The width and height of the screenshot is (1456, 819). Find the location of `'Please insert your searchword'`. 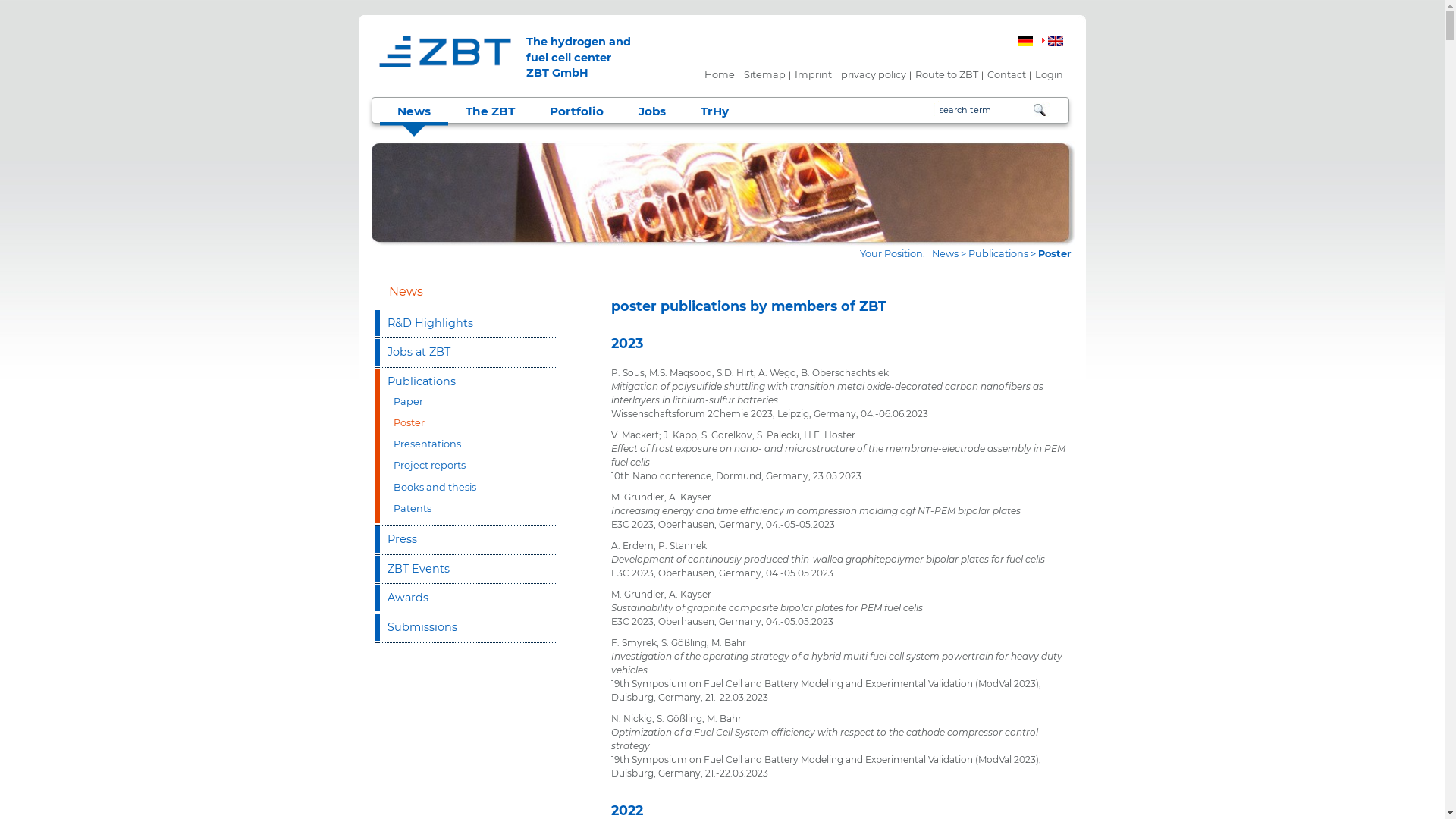

'Please insert your searchword' is located at coordinates (984, 109).